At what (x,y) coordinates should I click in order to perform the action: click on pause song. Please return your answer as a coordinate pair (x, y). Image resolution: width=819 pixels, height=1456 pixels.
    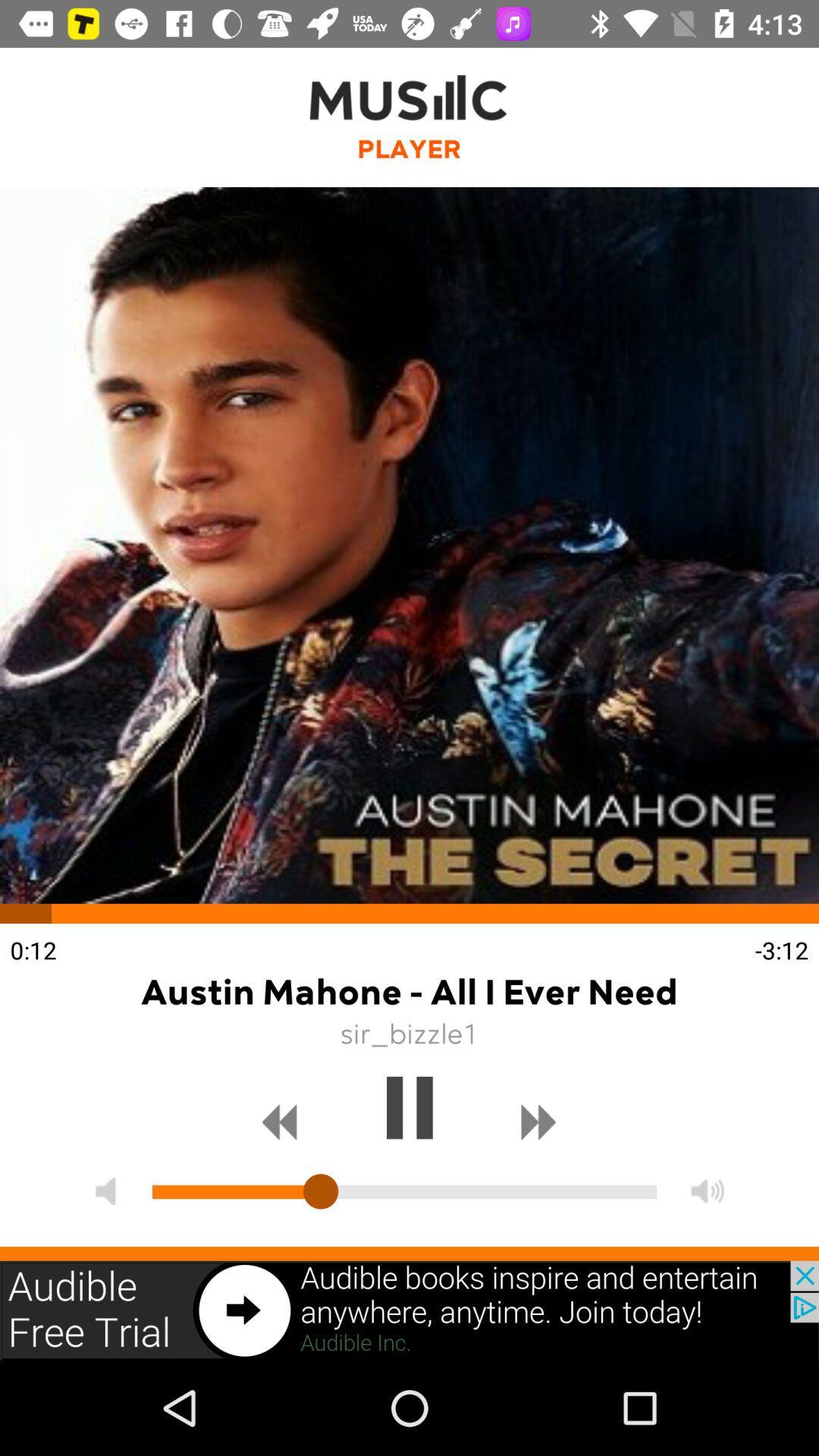
    Looking at the image, I should click on (409, 1108).